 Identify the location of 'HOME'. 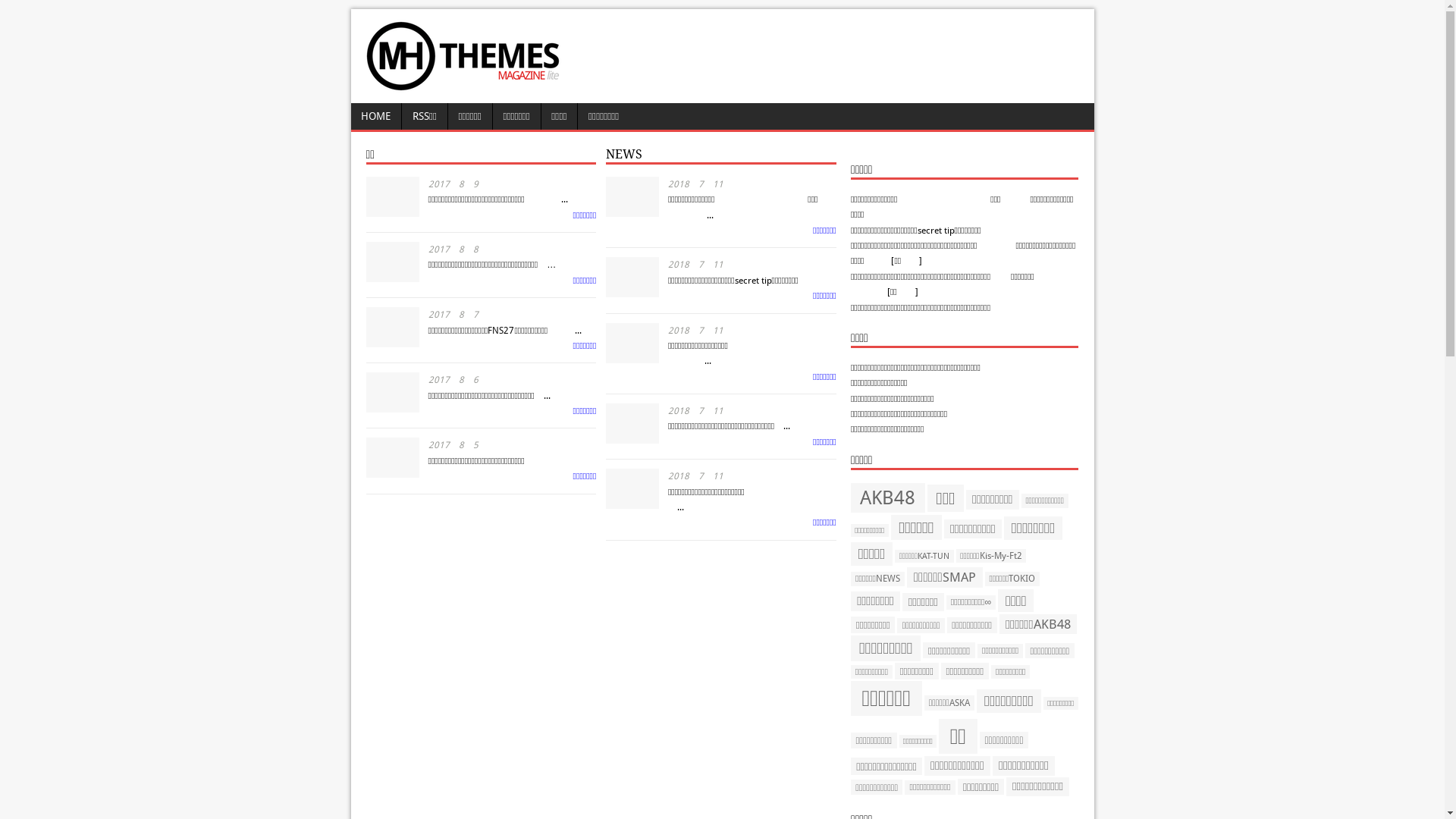
(349, 115).